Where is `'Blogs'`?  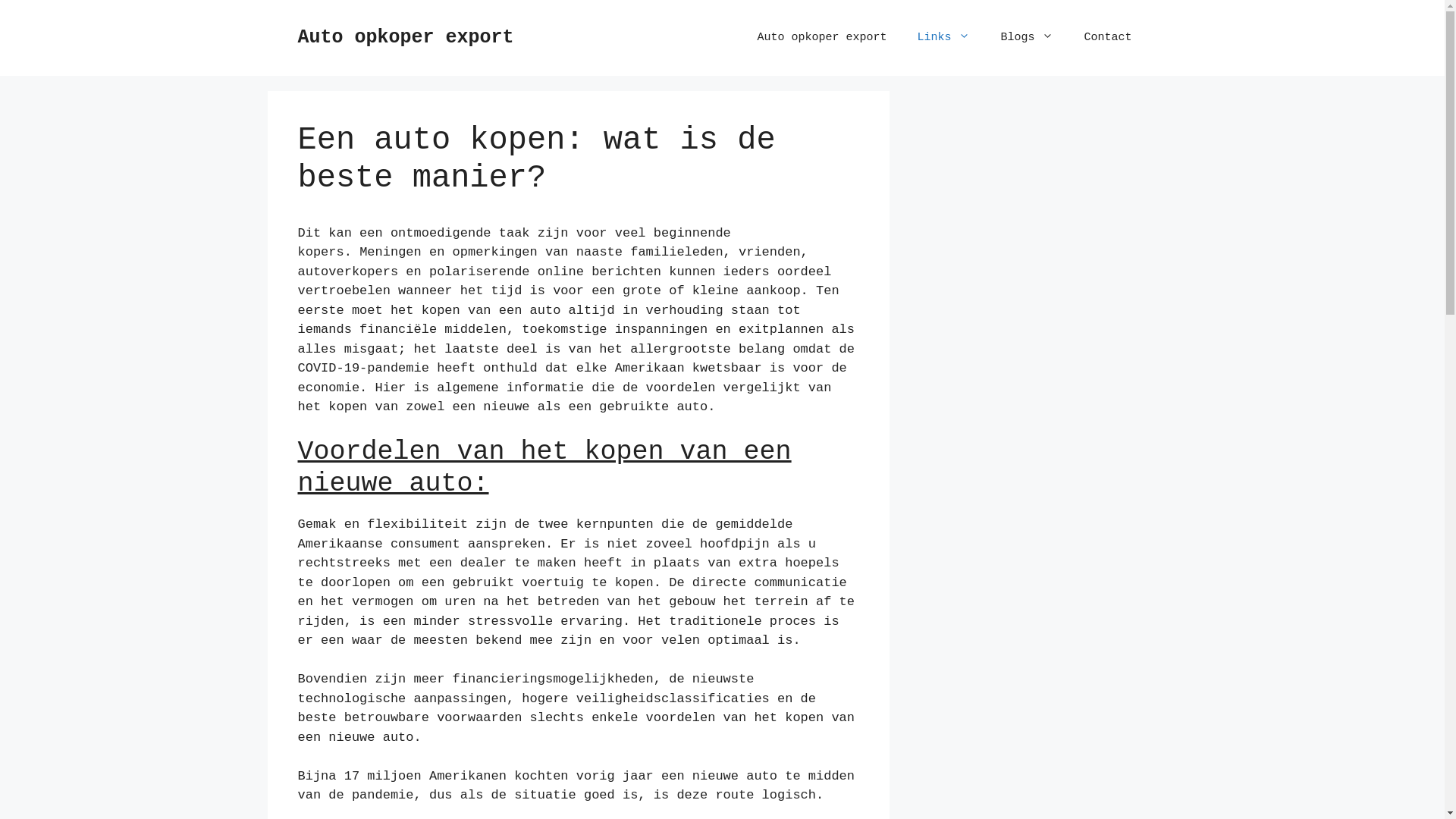
'Blogs' is located at coordinates (1026, 37).